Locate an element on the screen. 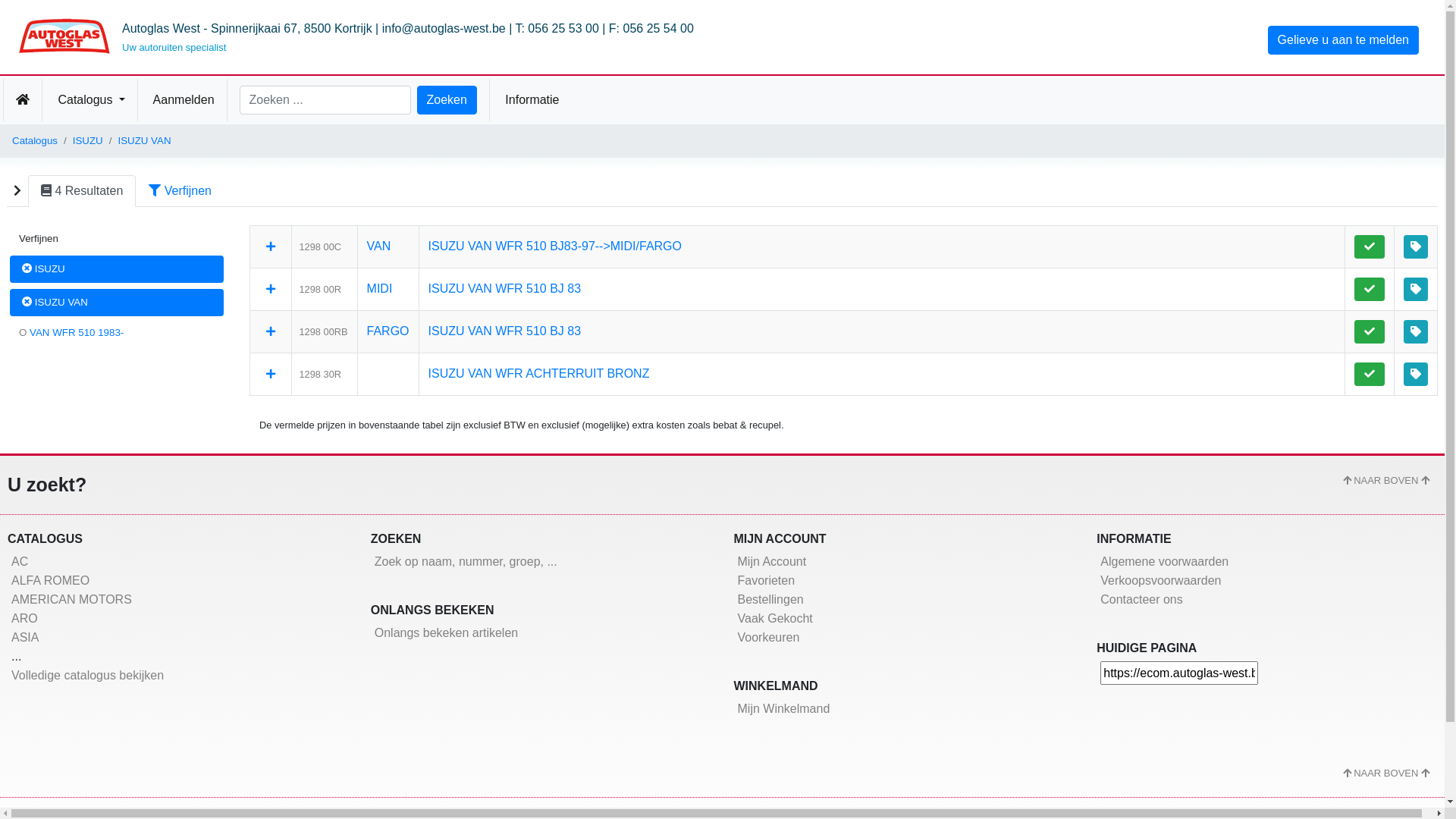 Image resolution: width=1456 pixels, height=819 pixels. 'Vaak Gekocht' is located at coordinates (774, 618).